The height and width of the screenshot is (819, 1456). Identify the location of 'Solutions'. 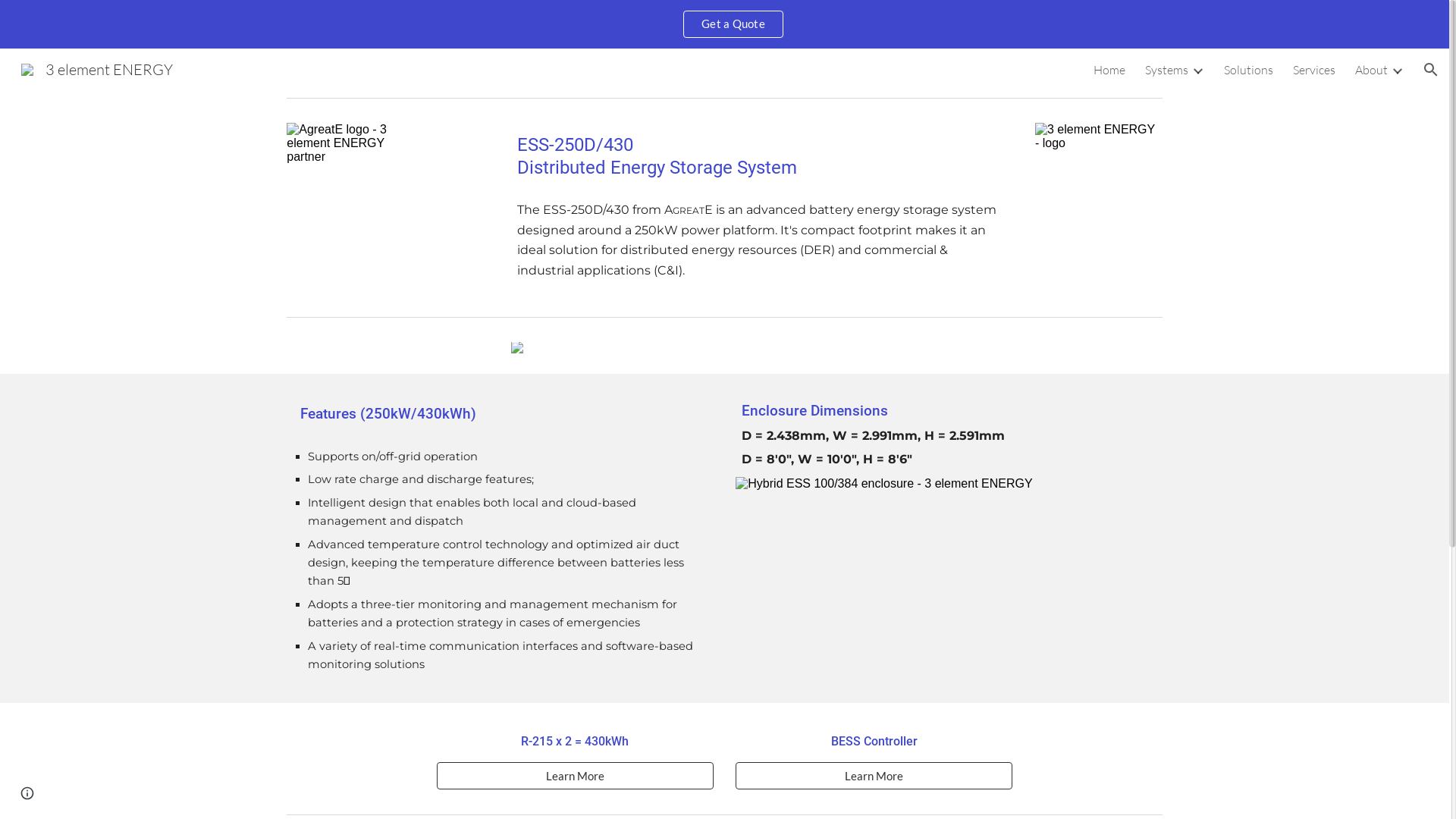
(1248, 70).